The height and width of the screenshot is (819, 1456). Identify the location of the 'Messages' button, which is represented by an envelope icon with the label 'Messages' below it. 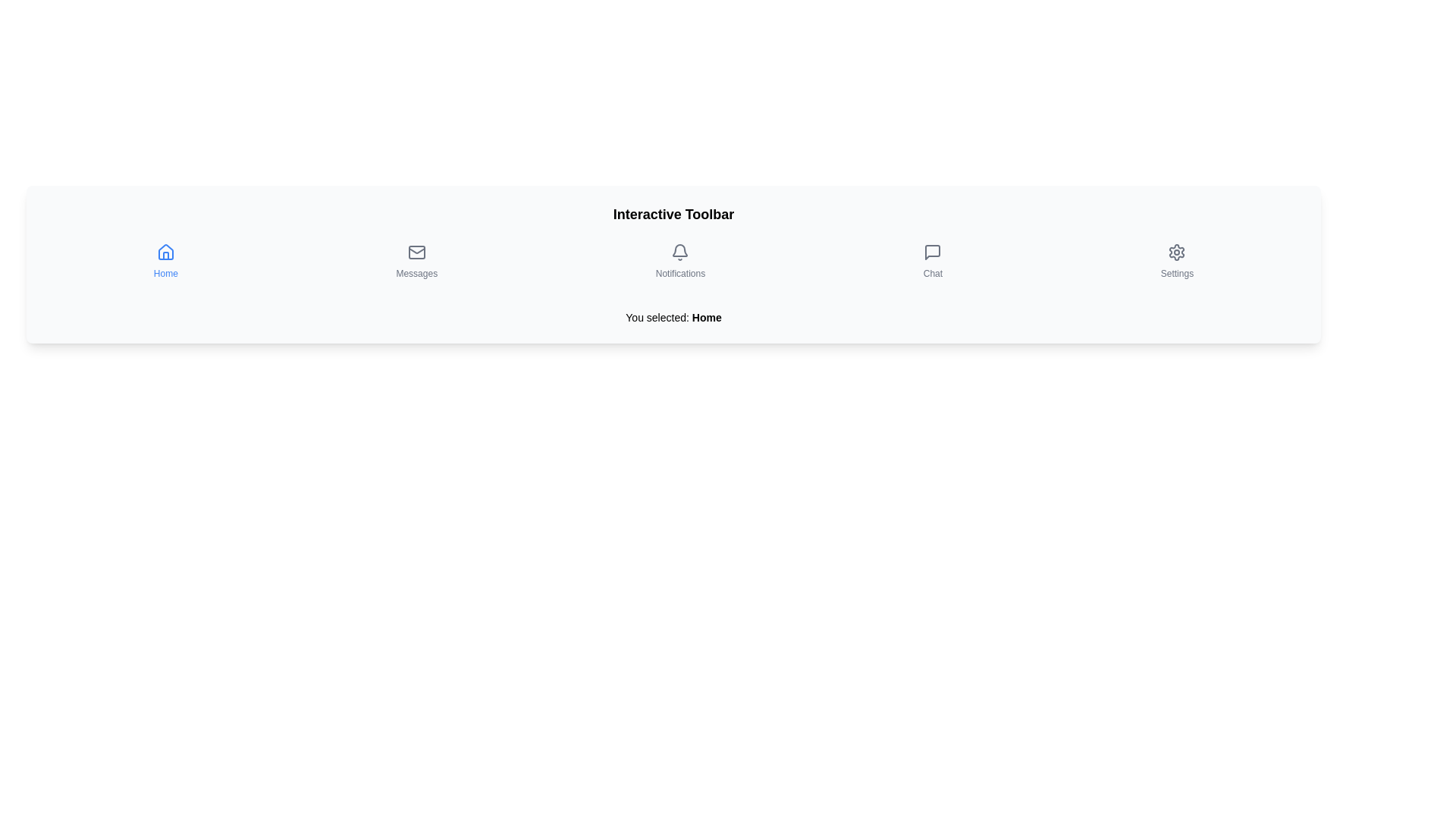
(416, 260).